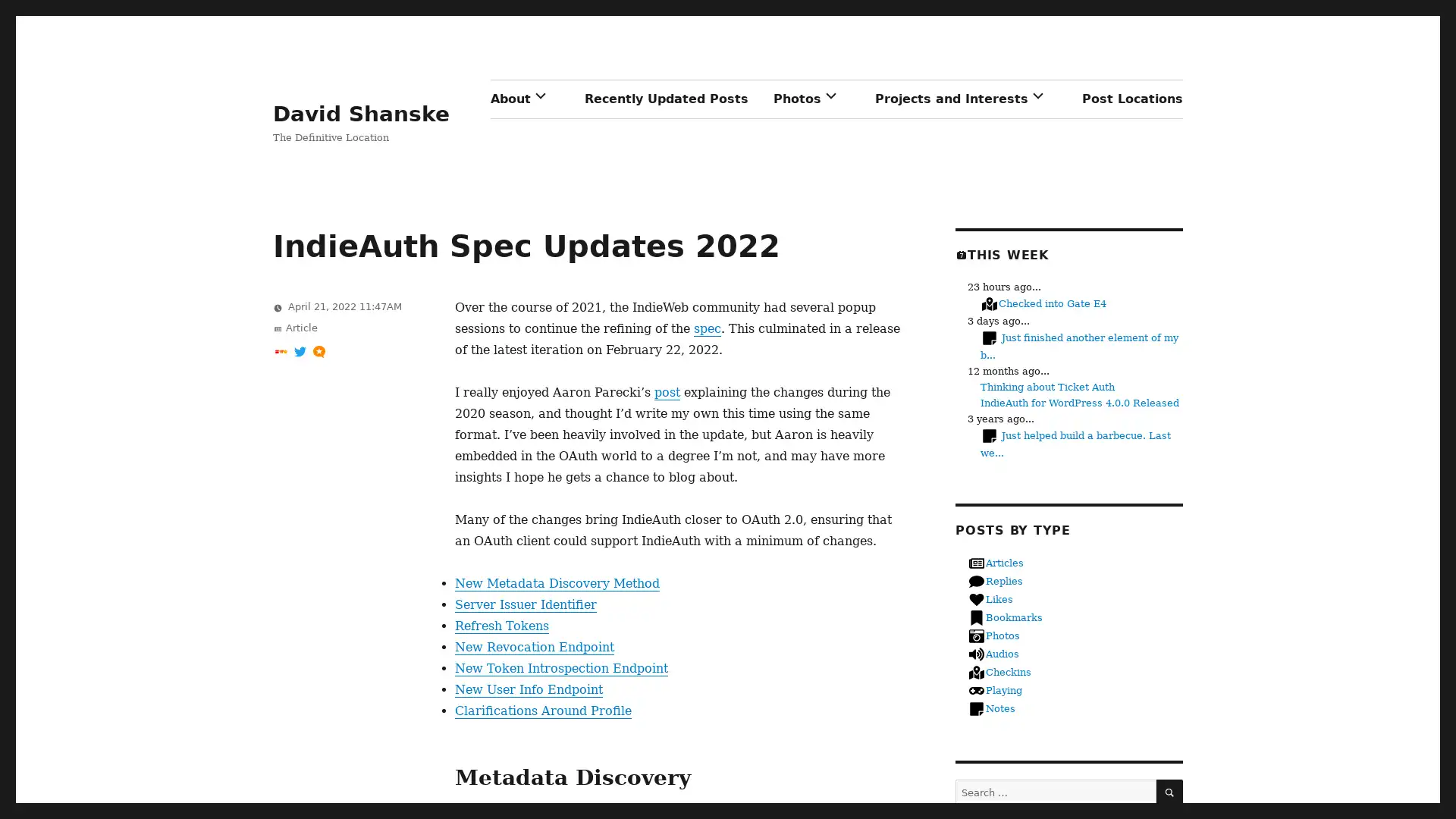  What do you see at coordinates (1169, 792) in the screenshot?
I see `SEARCH` at bounding box center [1169, 792].